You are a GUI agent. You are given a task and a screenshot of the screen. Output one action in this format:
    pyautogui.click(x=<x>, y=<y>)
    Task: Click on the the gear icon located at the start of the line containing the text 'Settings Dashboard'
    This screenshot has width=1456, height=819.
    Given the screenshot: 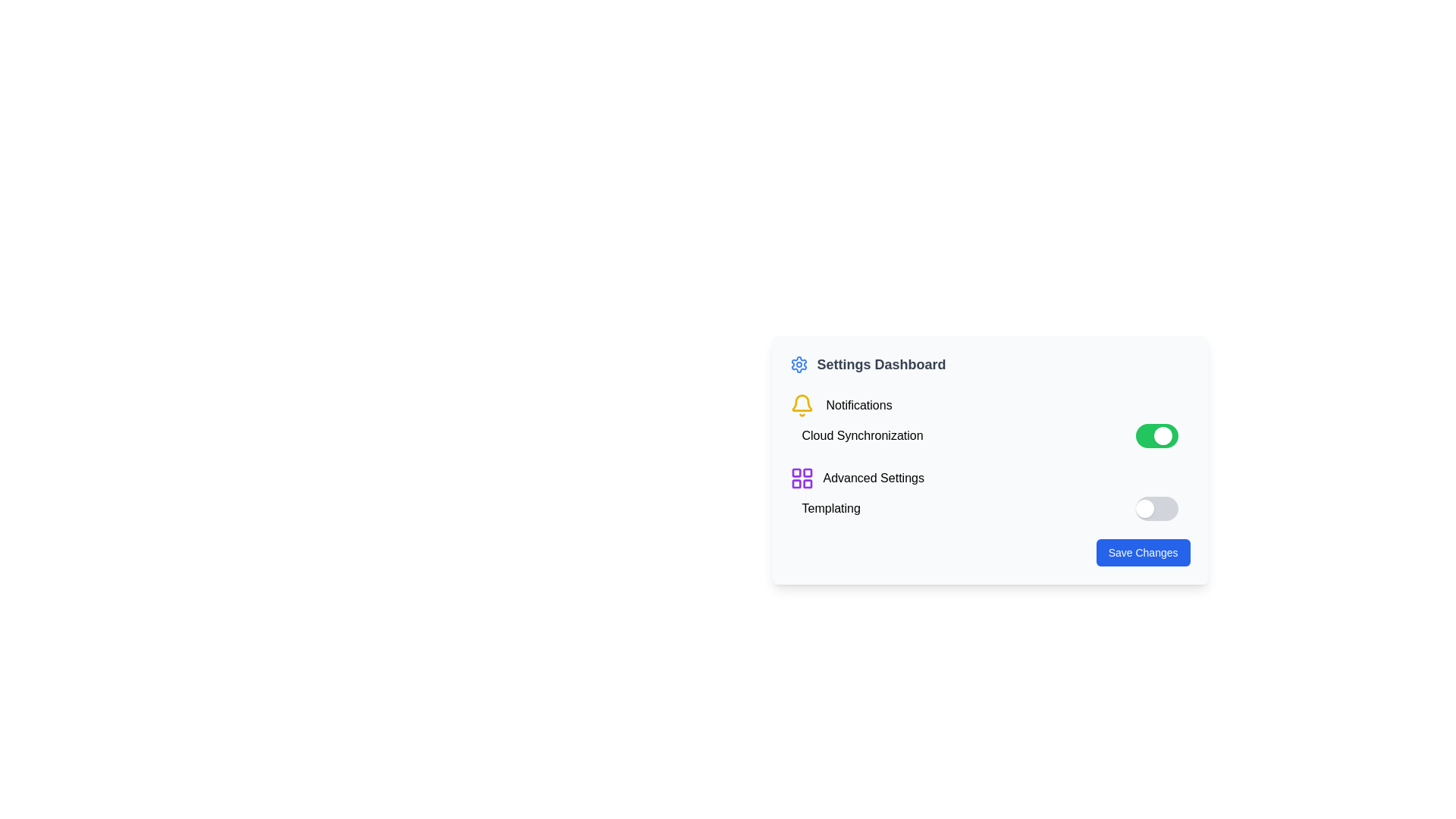 What is the action you would take?
    pyautogui.click(x=798, y=365)
    